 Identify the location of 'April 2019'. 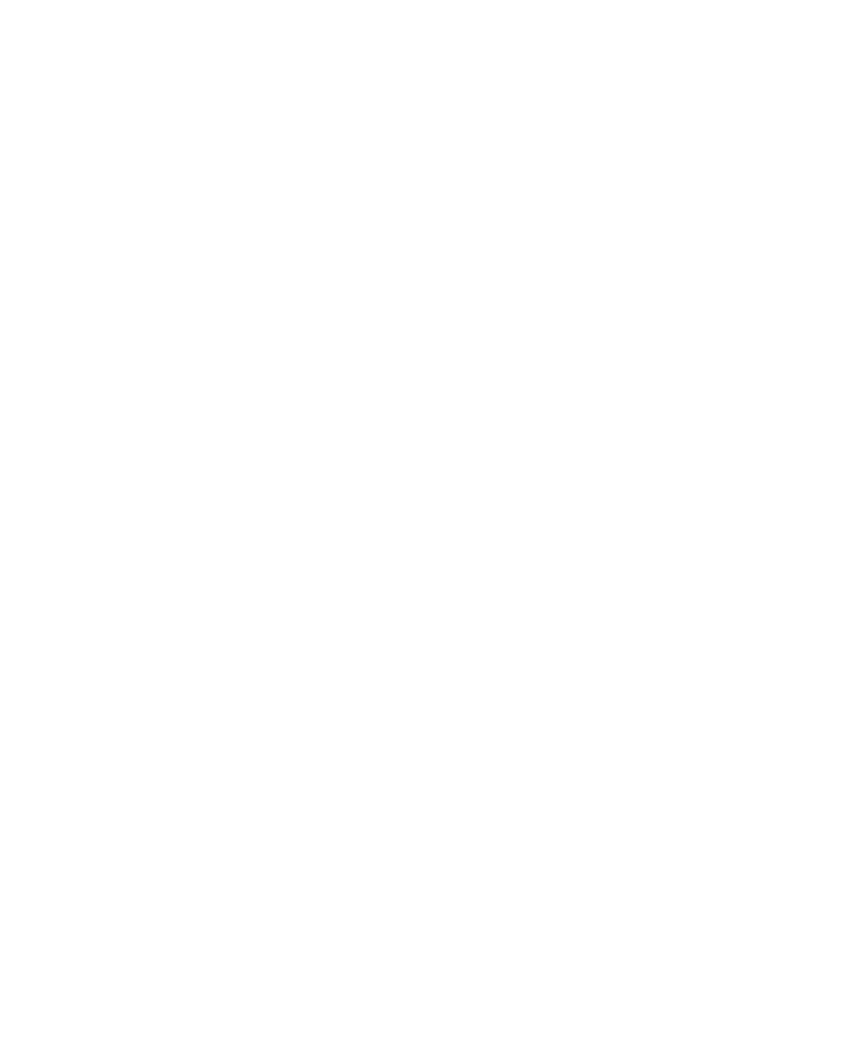
(89, 549).